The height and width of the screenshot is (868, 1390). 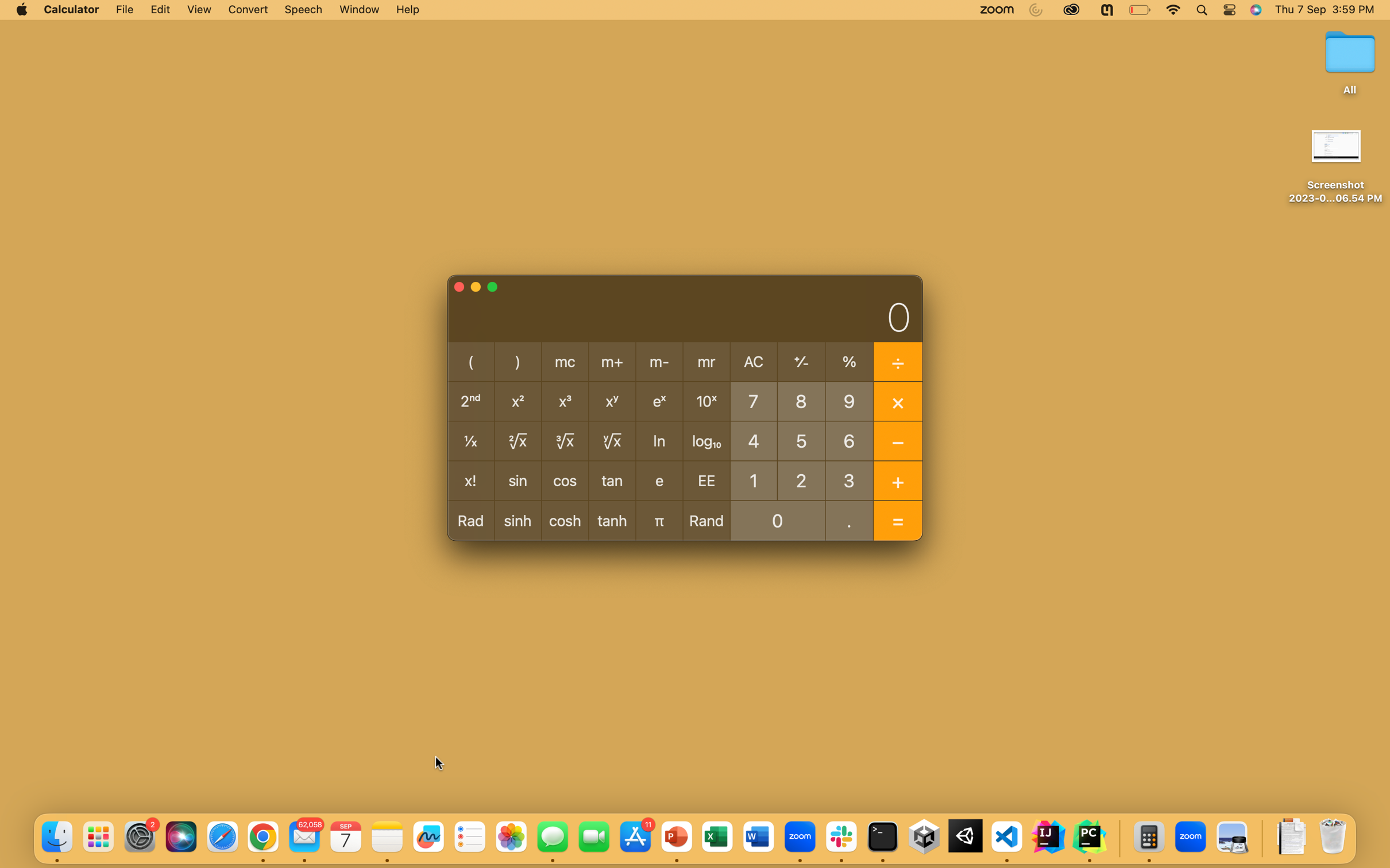 I want to click on on "AC", so click(x=754, y=362).